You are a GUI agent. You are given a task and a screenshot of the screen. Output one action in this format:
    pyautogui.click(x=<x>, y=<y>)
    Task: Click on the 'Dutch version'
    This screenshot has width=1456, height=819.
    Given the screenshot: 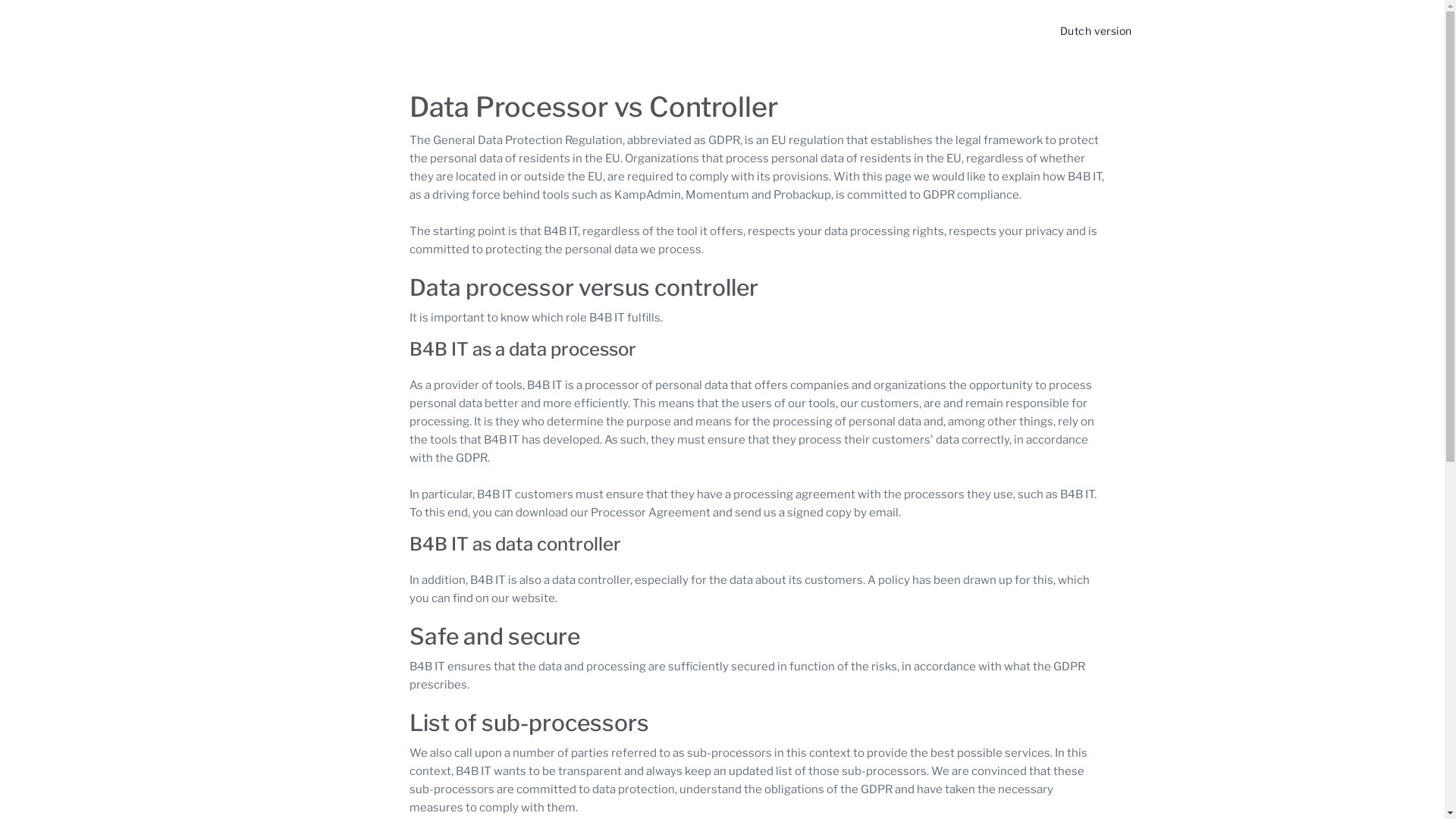 What is the action you would take?
    pyautogui.click(x=1095, y=30)
    